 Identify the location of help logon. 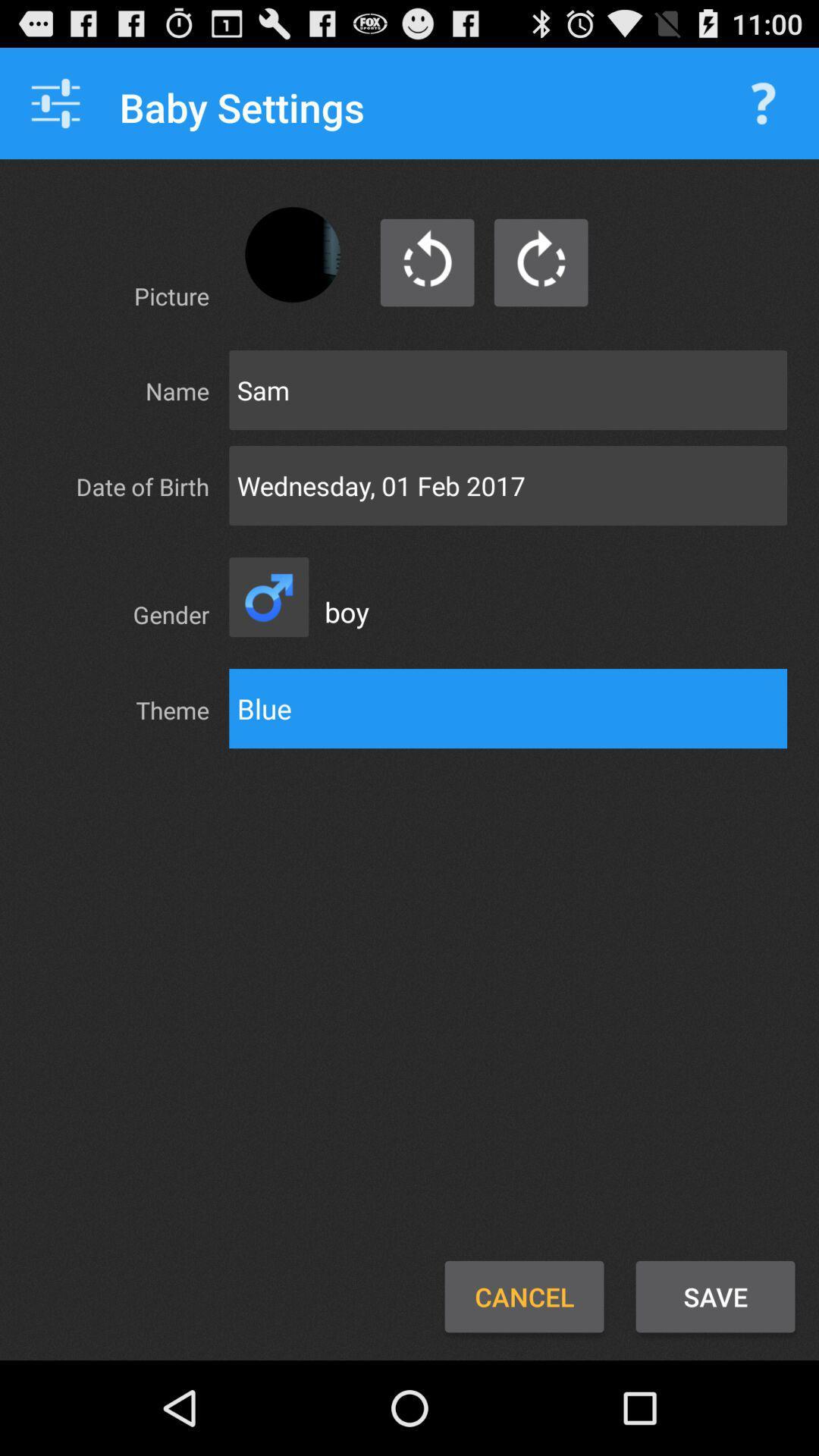
(763, 102).